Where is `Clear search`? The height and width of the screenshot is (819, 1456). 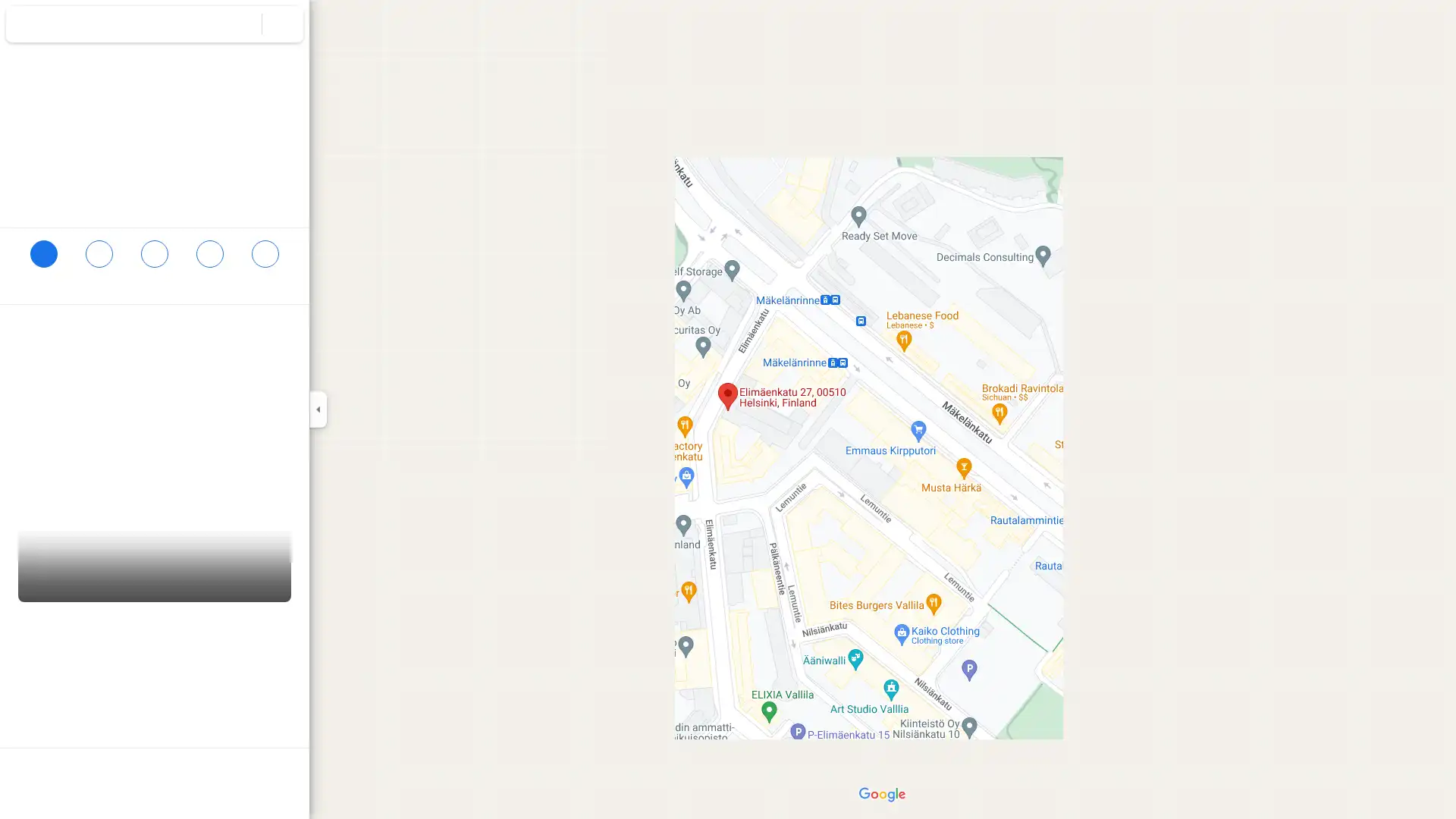 Clear search is located at coordinates (283, 24).